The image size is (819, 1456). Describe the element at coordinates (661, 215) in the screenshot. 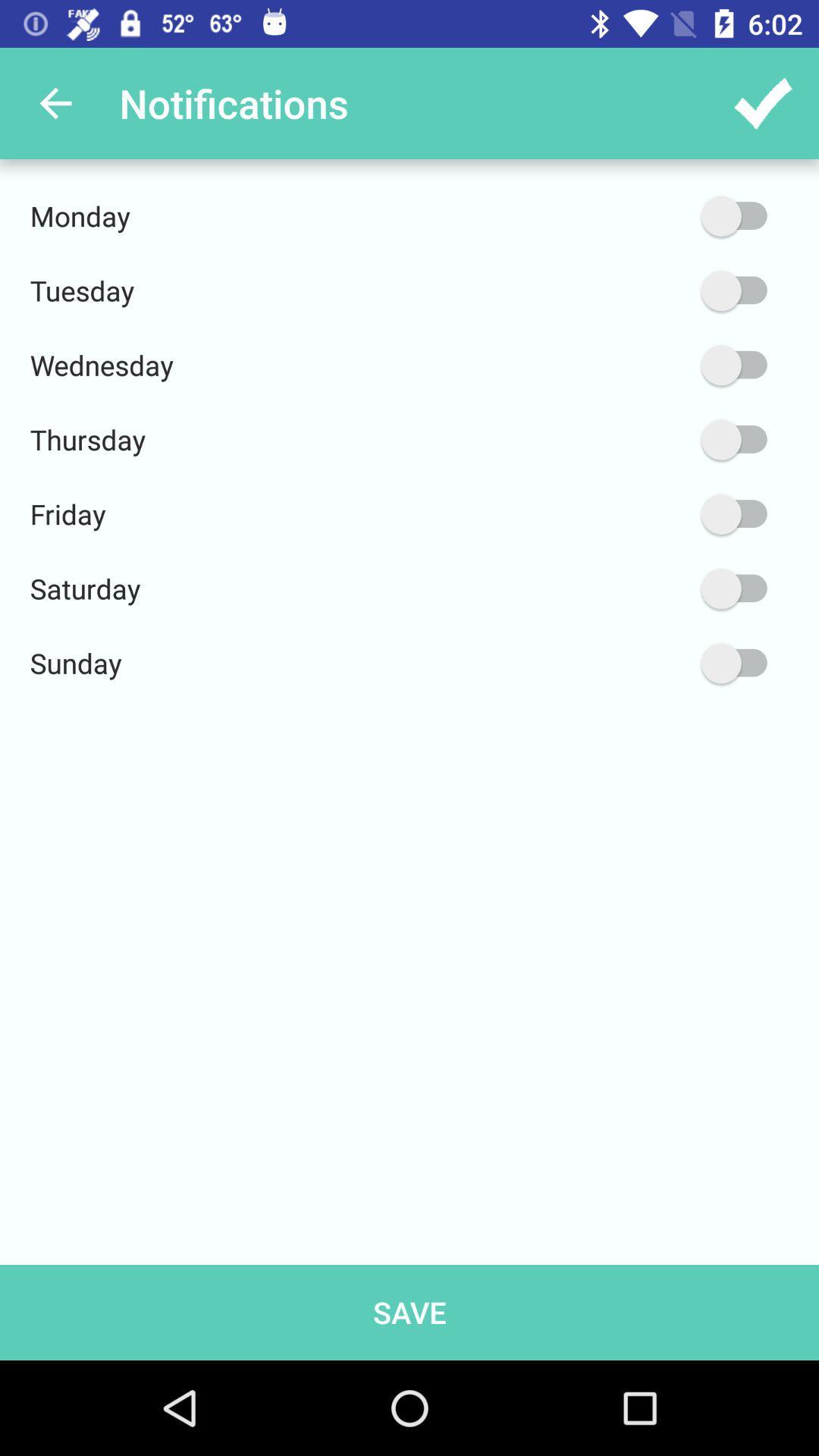

I see `icon to the right of monday icon` at that location.